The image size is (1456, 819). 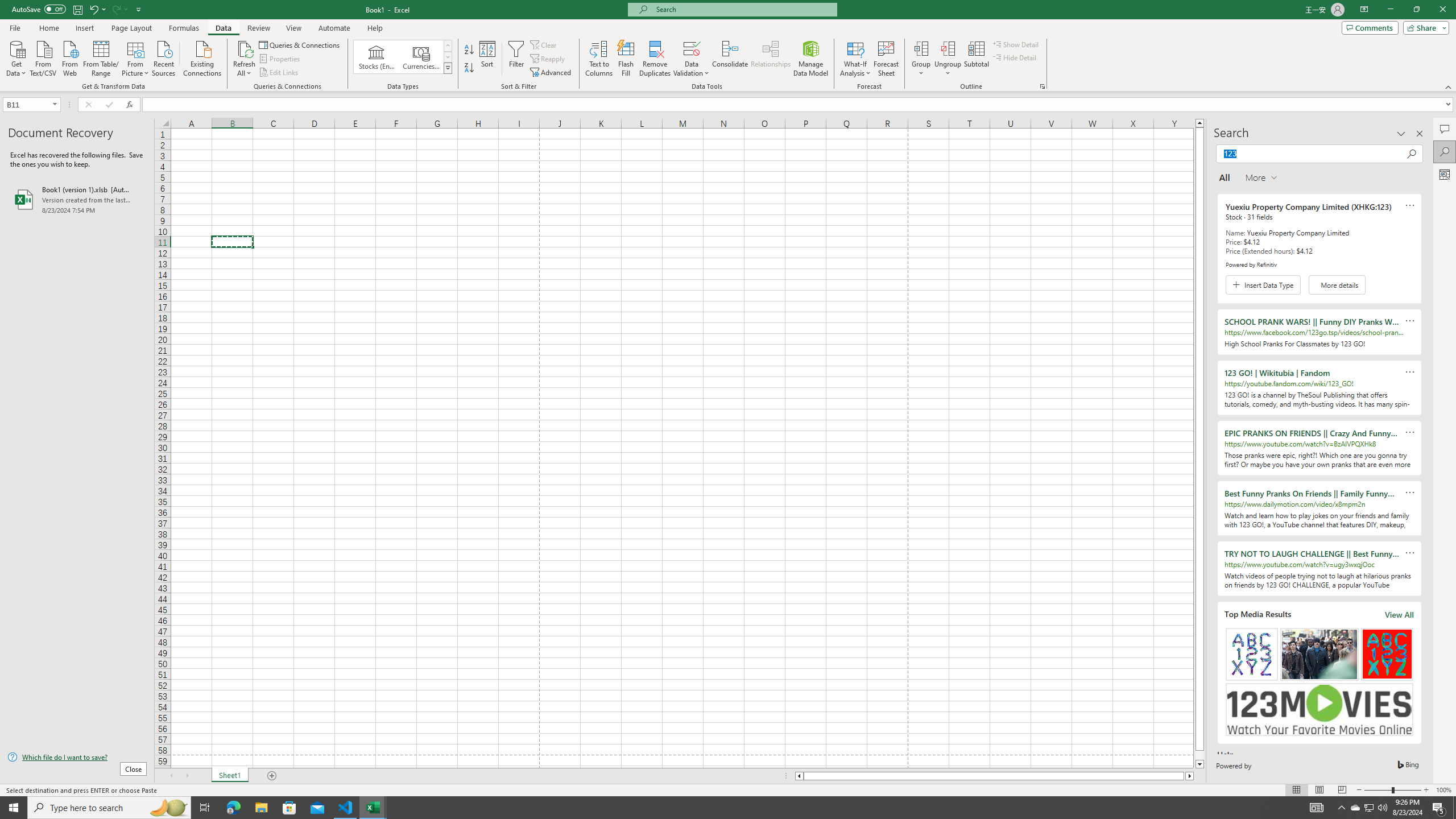 What do you see at coordinates (469, 49) in the screenshot?
I see `'Sort A to Z'` at bounding box center [469, 49].